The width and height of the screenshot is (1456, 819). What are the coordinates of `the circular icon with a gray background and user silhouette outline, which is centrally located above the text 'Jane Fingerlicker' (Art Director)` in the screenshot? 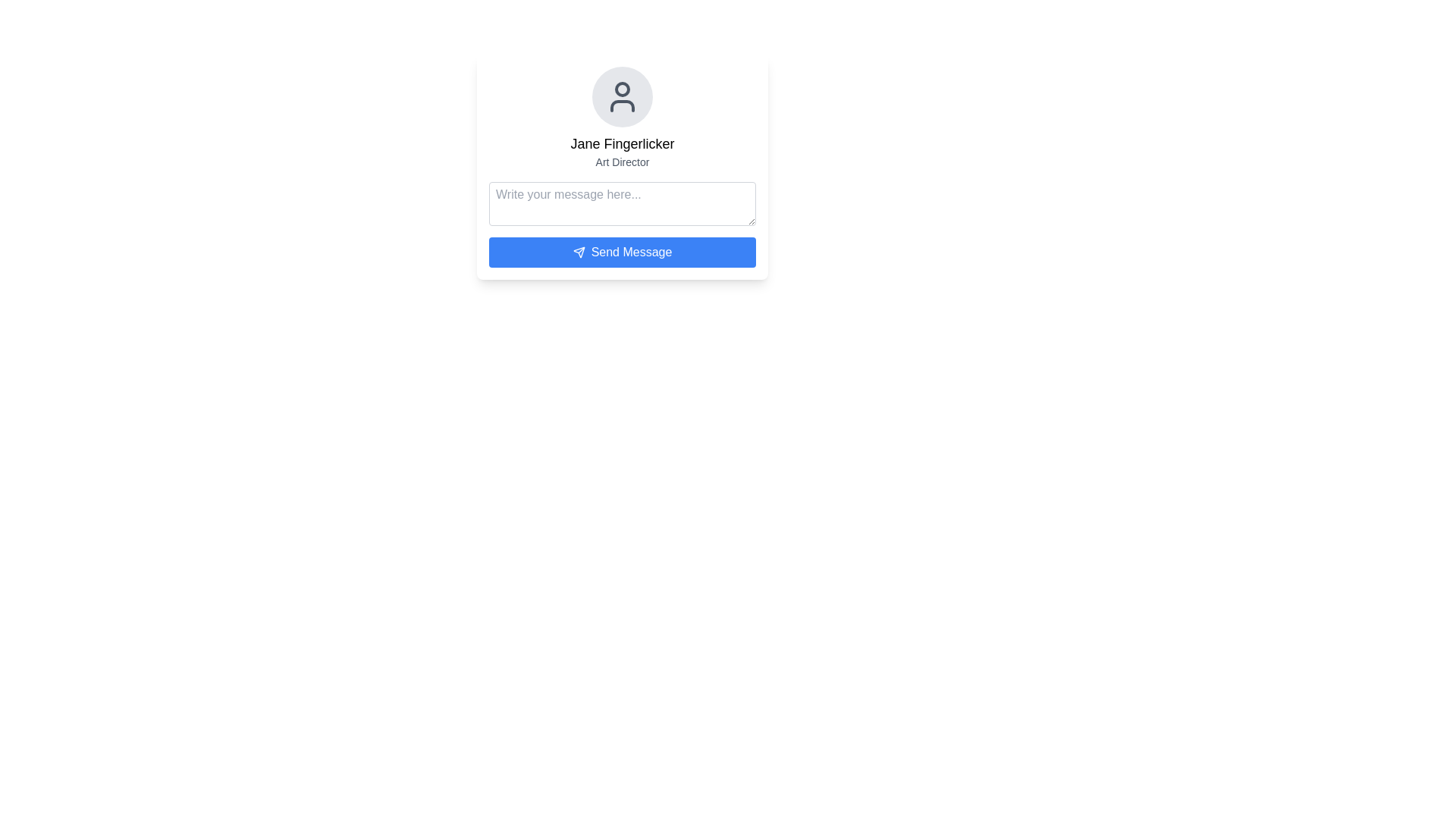 It's located at (622, 96).